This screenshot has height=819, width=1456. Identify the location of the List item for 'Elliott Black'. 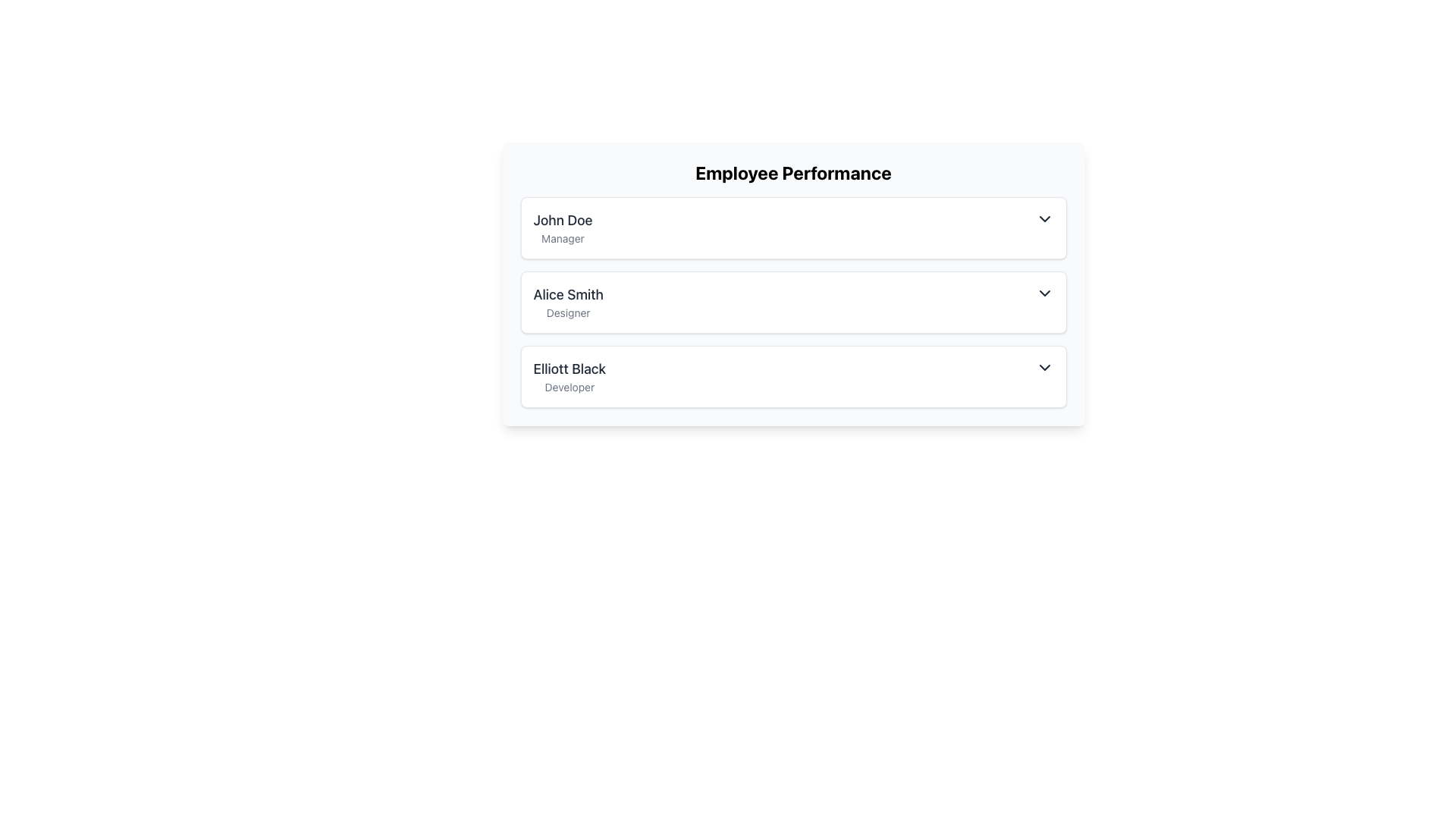
(792, 376).